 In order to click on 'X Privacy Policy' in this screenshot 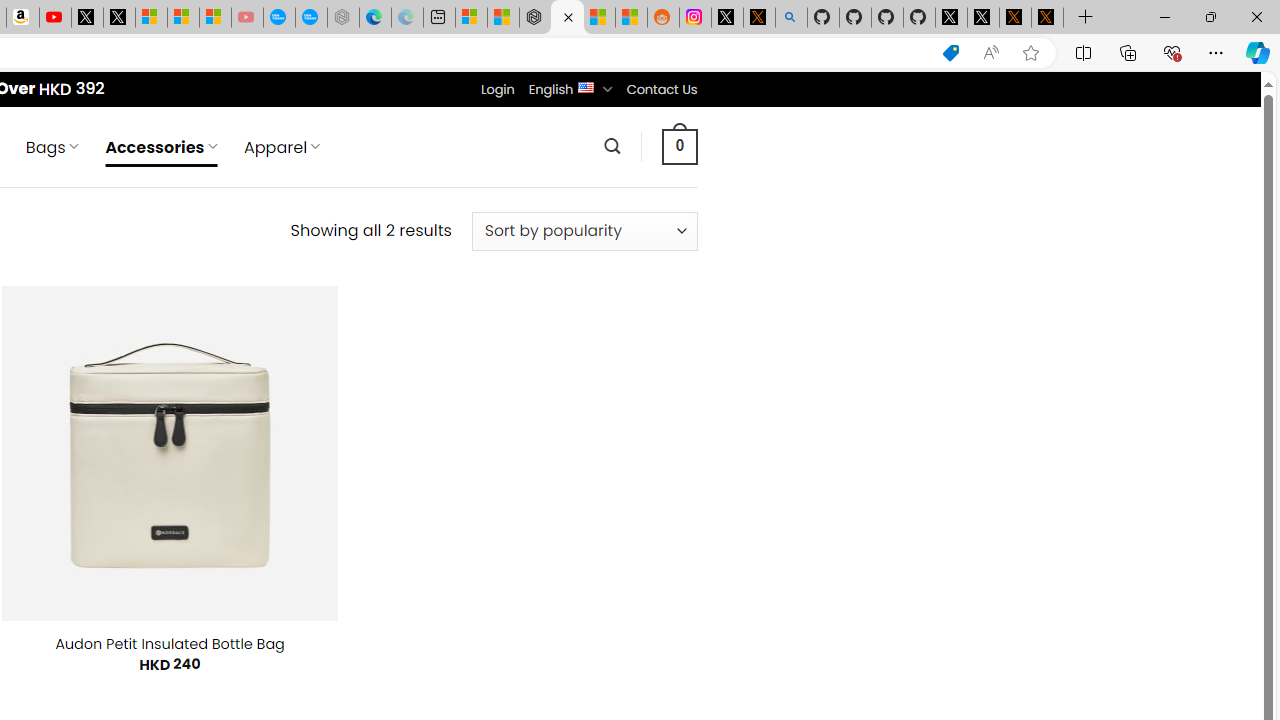, I will do `click(1046, 17)`.